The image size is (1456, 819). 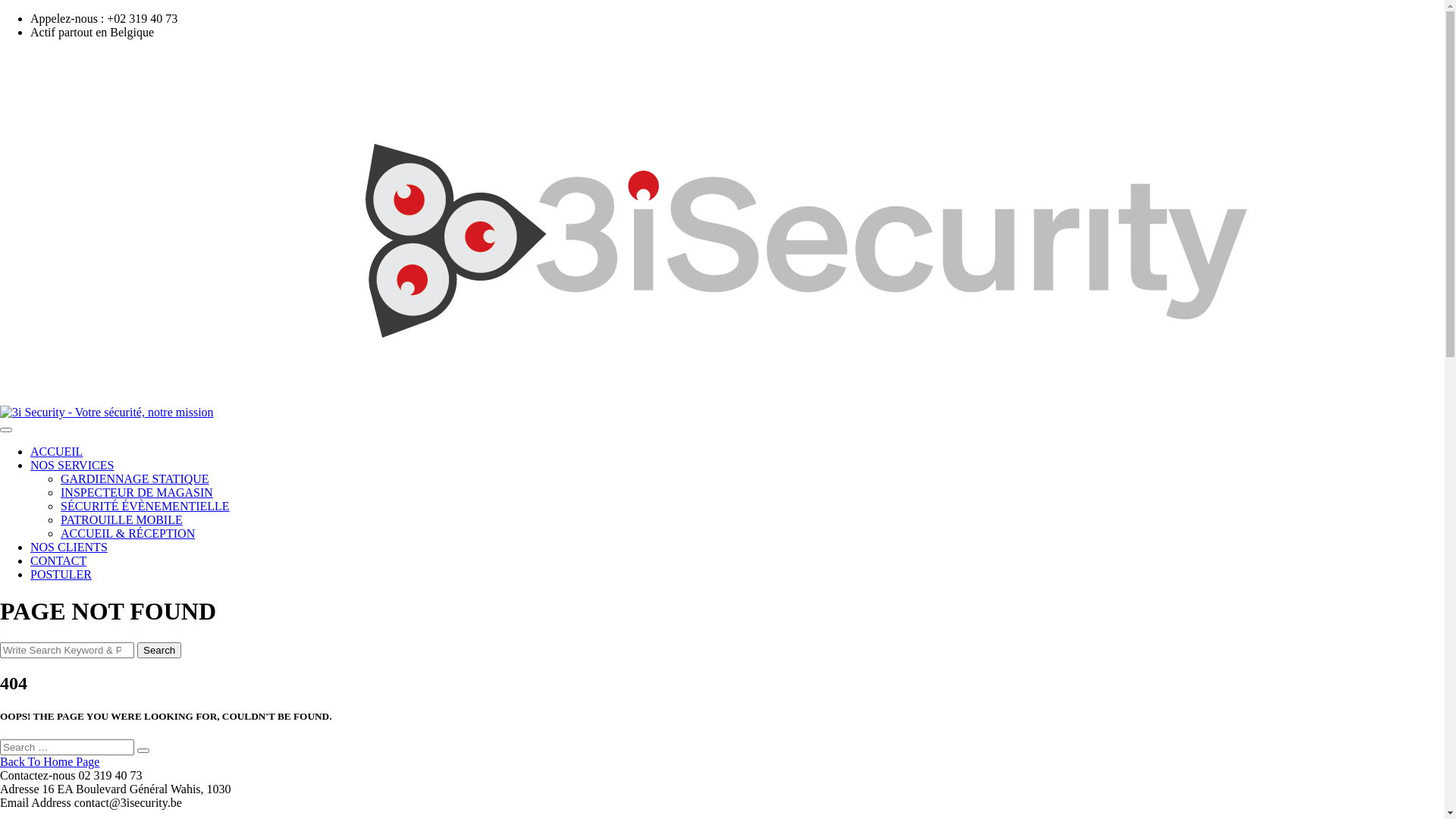 I want to click on 'Search', so click(x=159, y=649).